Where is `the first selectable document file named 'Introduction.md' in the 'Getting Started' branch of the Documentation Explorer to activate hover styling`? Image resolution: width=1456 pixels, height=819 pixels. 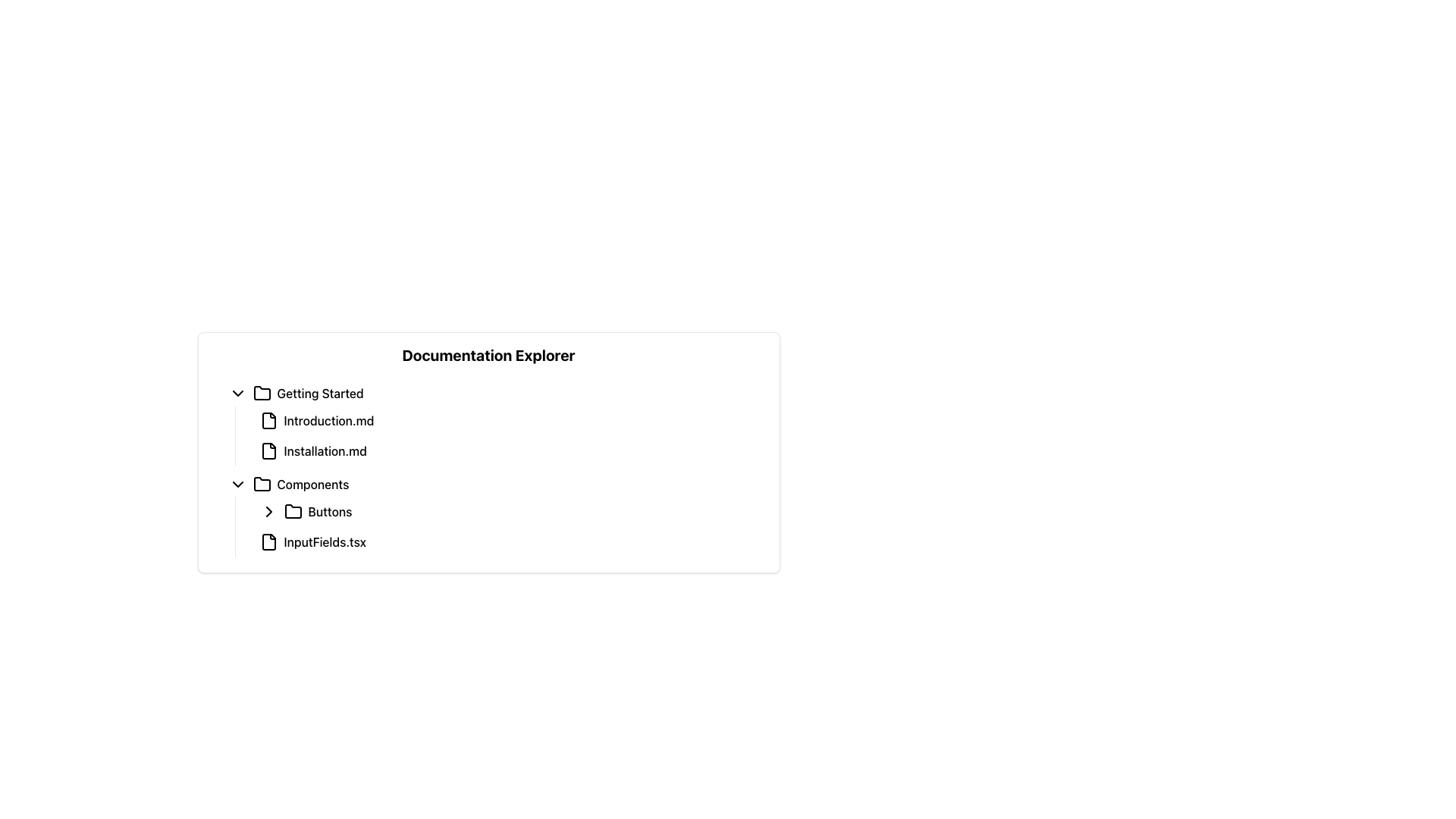
the first selectable document file named 'Introduction.md' in the 'Getting Started' branch of the Documentation Explorer to activate hover styling is located at coordinates (510, 421).